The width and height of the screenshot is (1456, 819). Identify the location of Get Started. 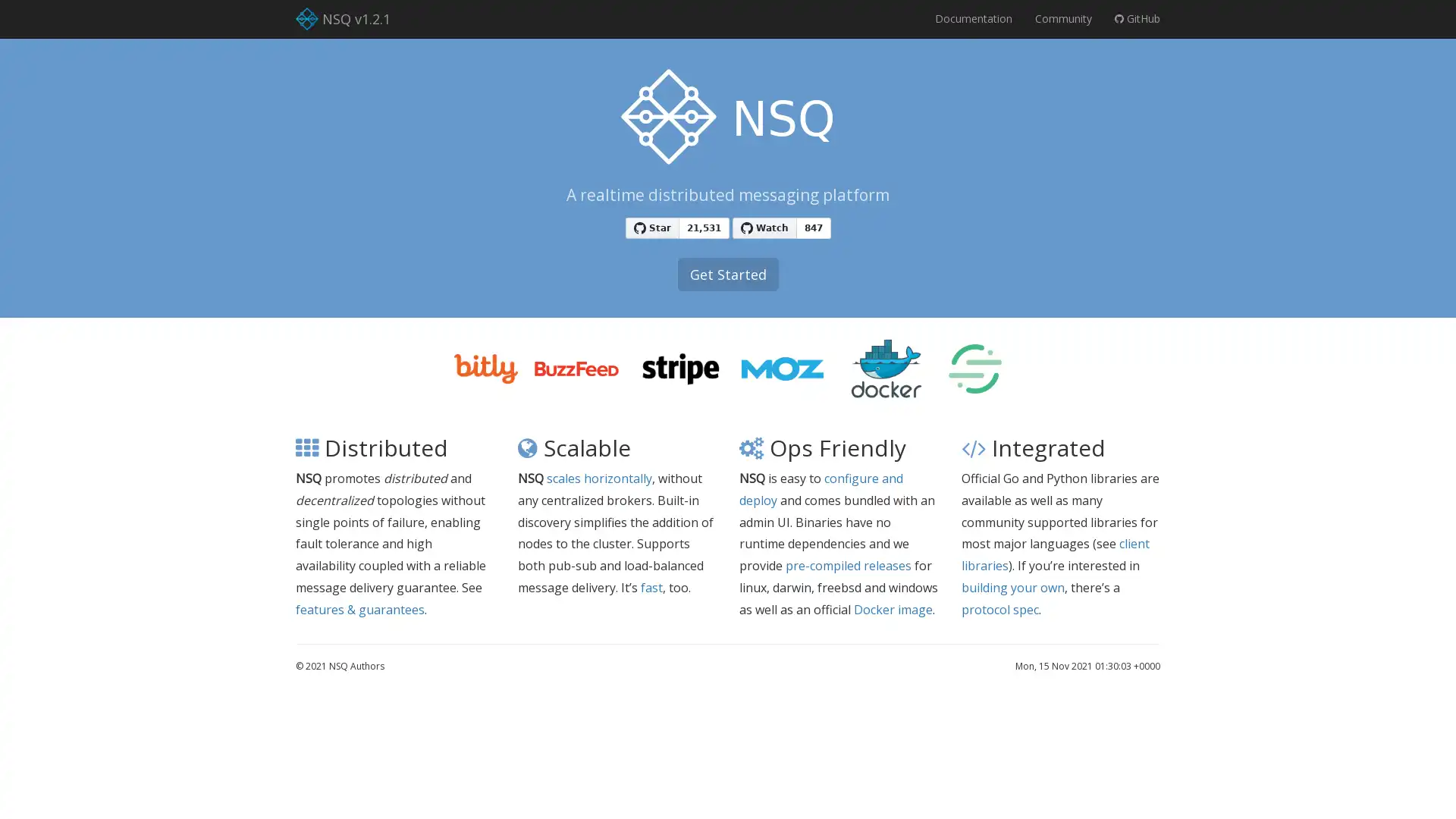
(726, 275).